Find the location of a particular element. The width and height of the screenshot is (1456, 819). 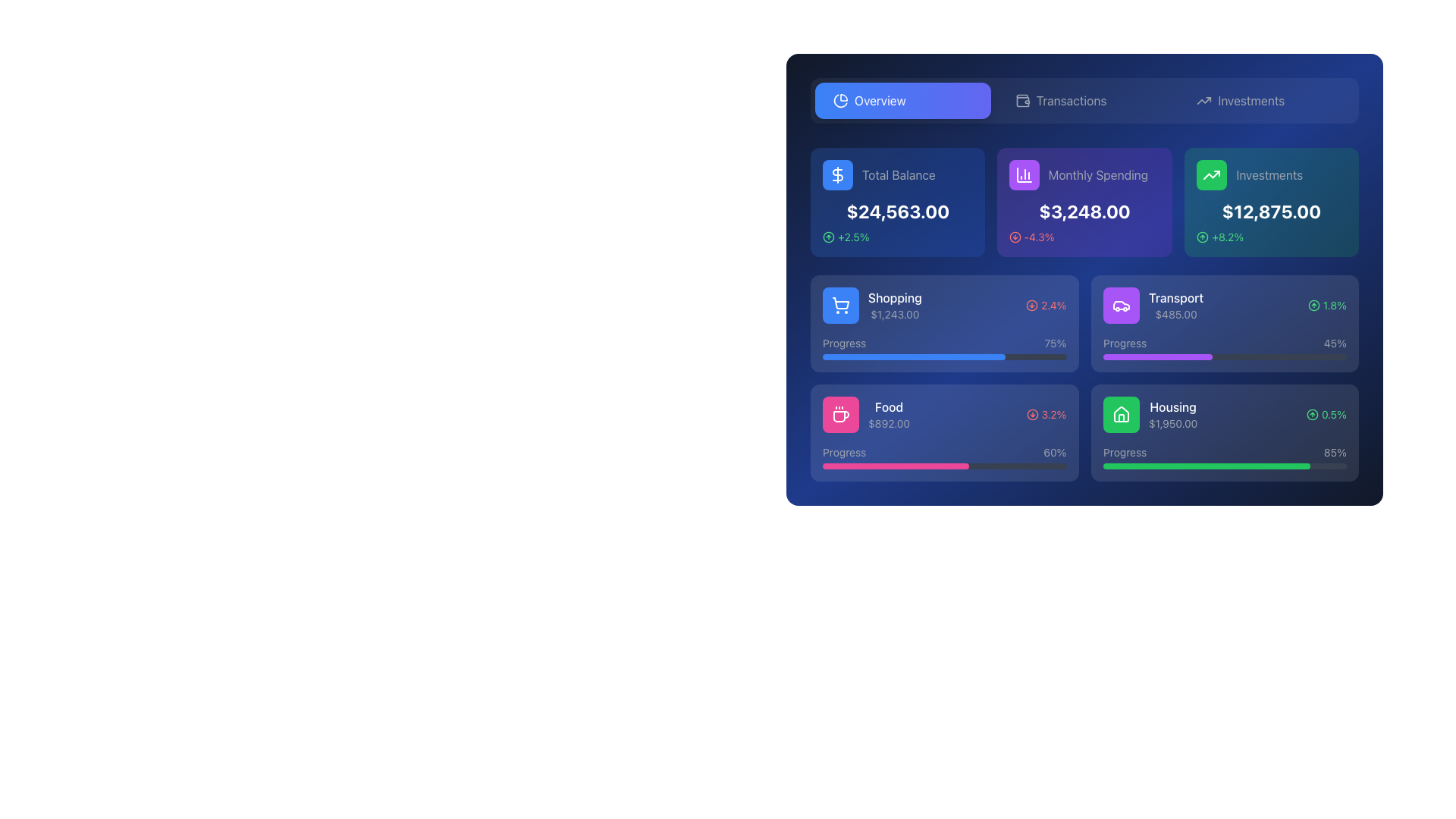

the small green upward-pointing arrow icon located next to the text '0.5%' in the Housing section is located at coordinates (1312, 415).